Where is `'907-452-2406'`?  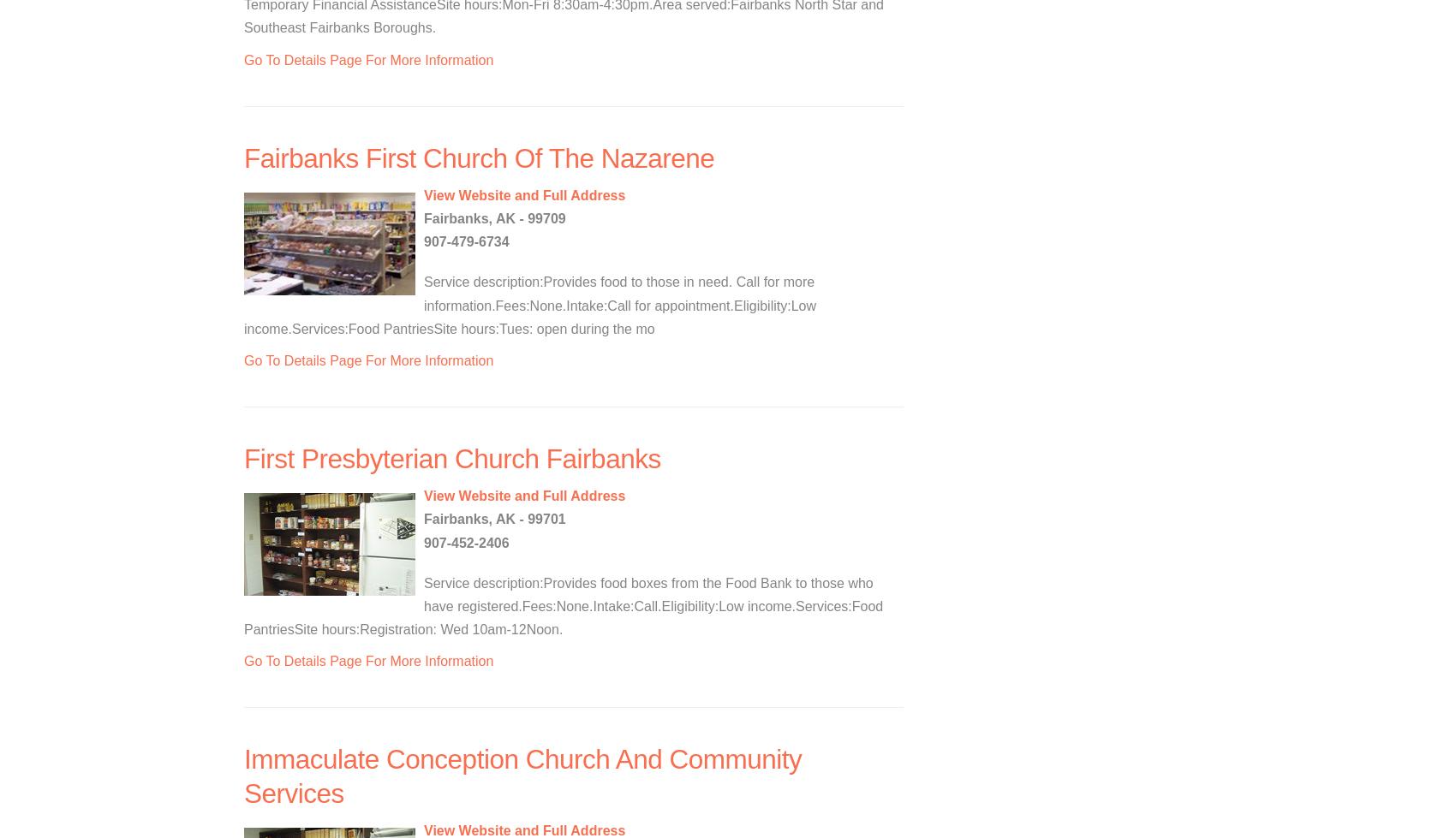
'907-452-2406' is located at coordinates (465, 541).